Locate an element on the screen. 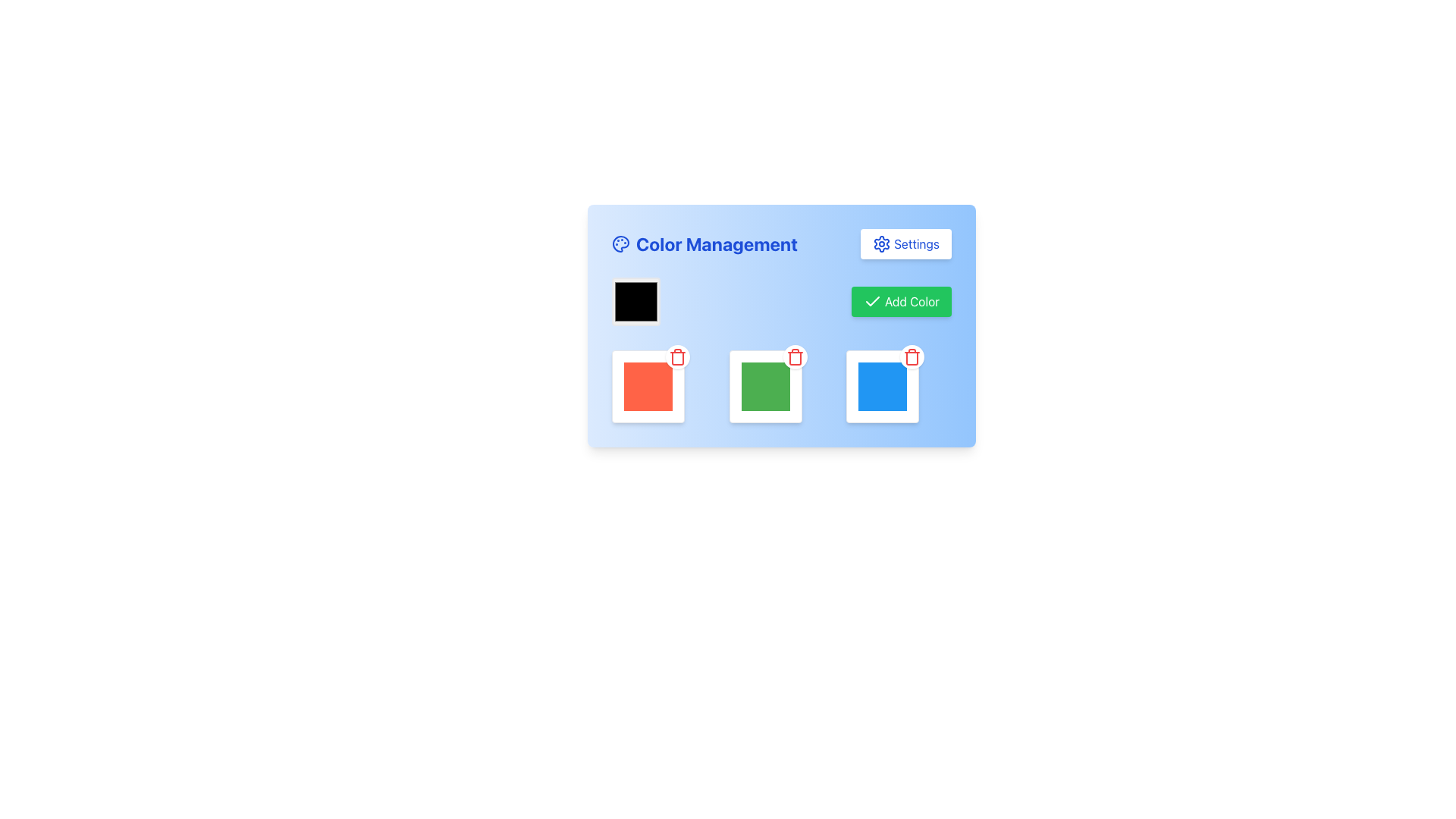 The width and height of the screenshot is (1456, 819). the circular delete button with a red trash can icon at the top-right corner of the red background color swatch is located at coordinates (676, 356).